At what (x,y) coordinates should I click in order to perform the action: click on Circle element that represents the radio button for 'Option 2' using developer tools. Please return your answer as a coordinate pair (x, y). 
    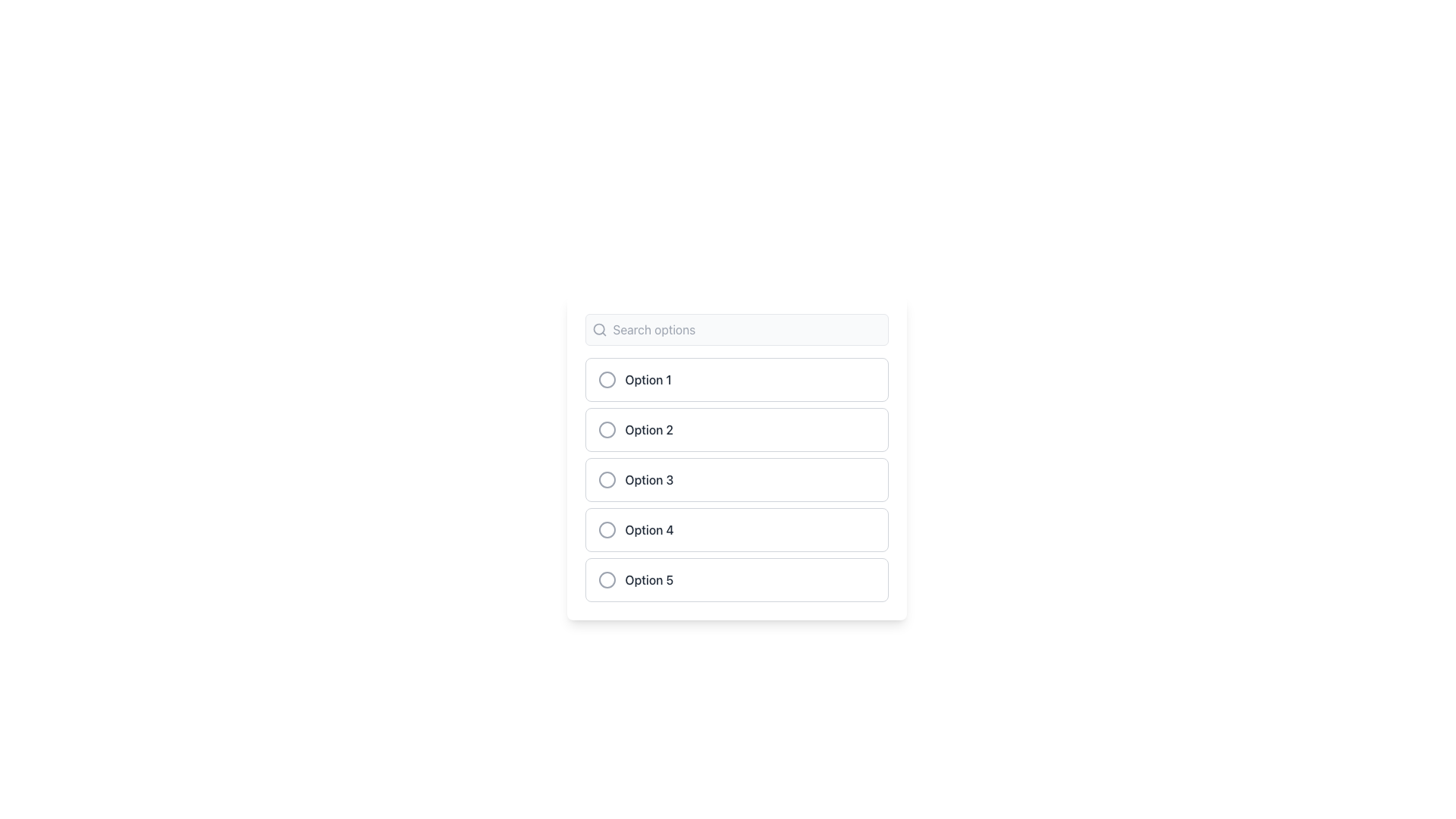
    Looking at the image, I should click on (607, 430).